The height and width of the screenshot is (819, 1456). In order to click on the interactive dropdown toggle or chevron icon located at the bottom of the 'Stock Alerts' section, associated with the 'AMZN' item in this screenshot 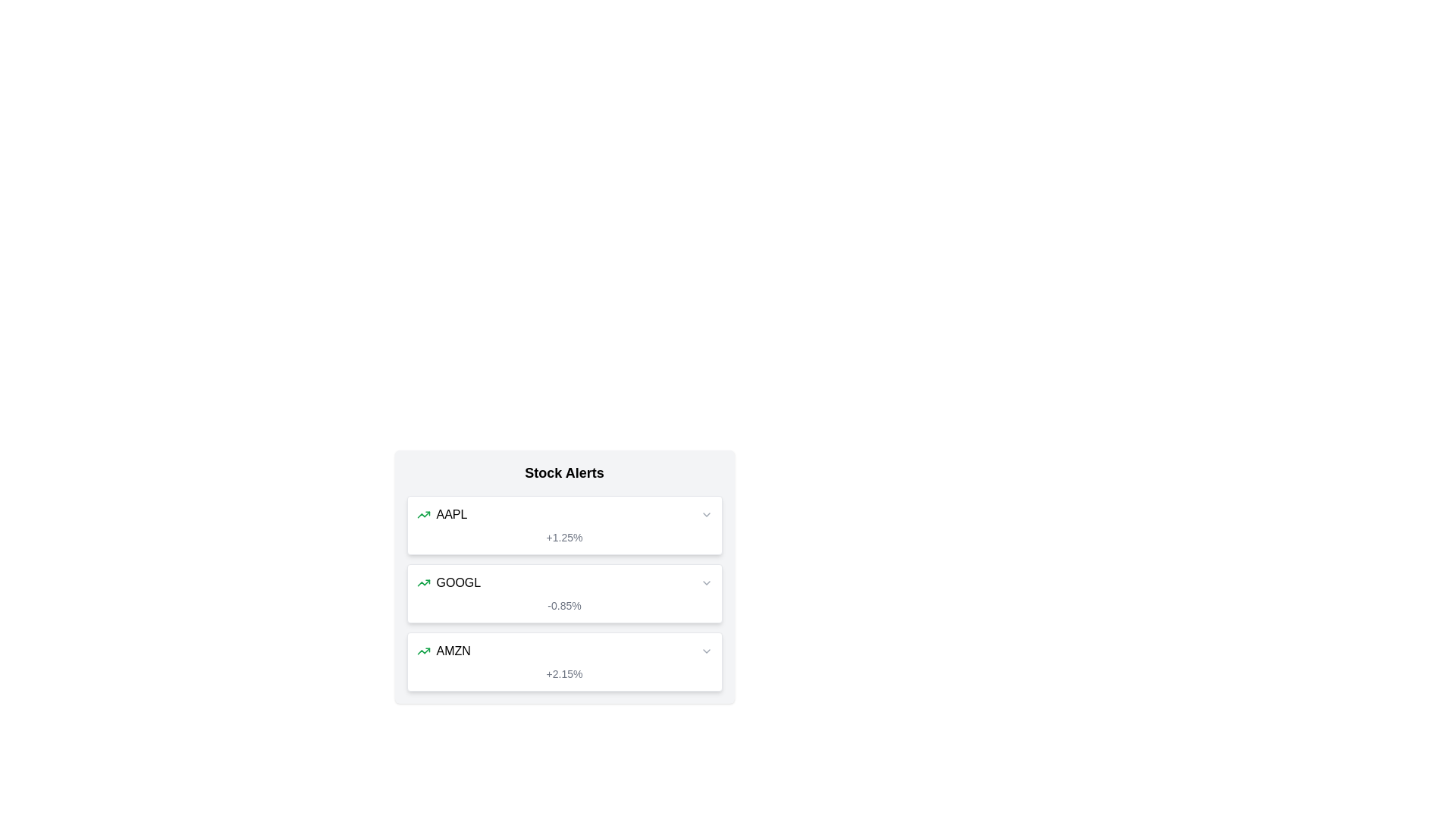, I will do `click(705, 651)`.